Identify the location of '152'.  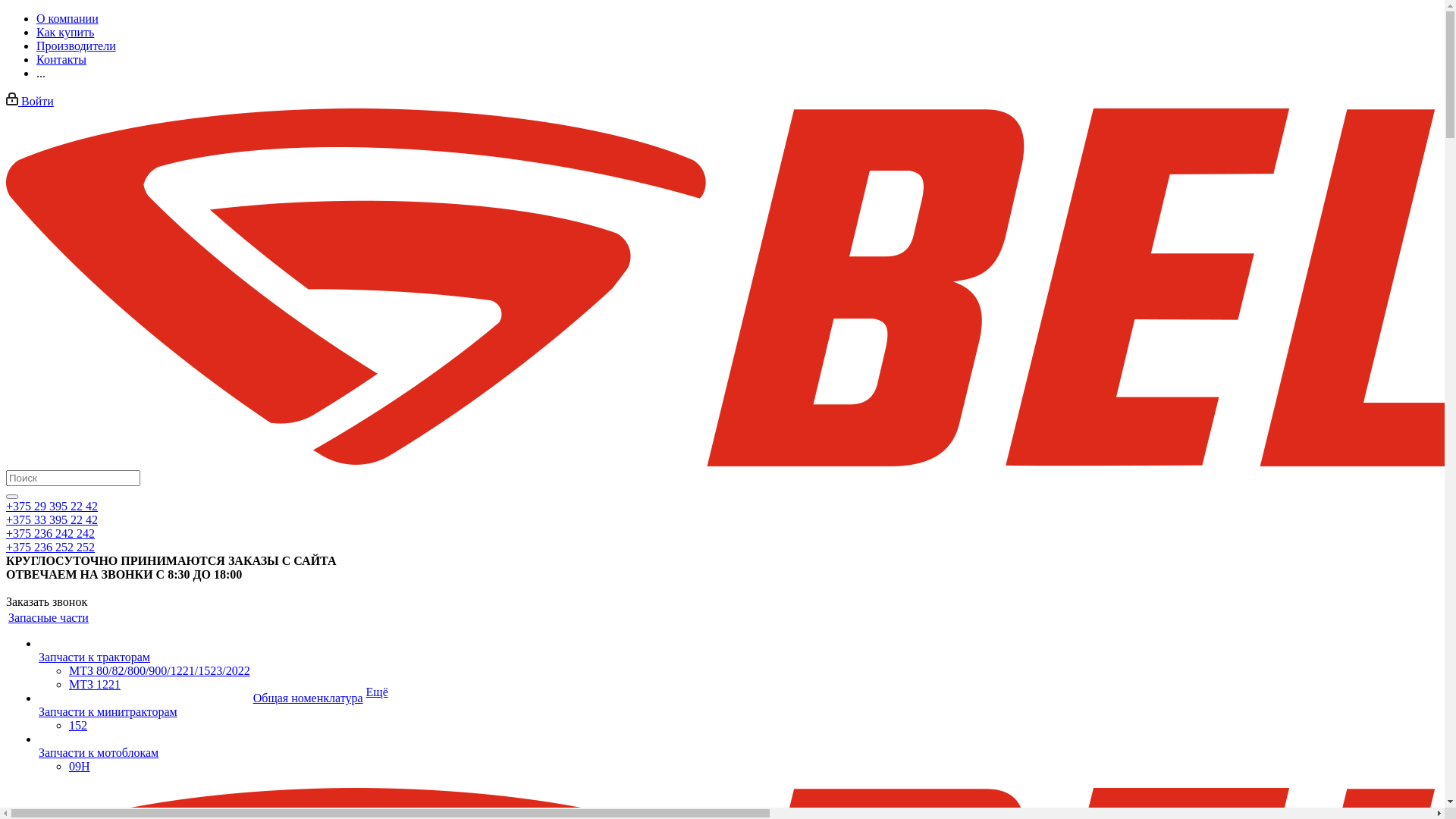
(68, 724).